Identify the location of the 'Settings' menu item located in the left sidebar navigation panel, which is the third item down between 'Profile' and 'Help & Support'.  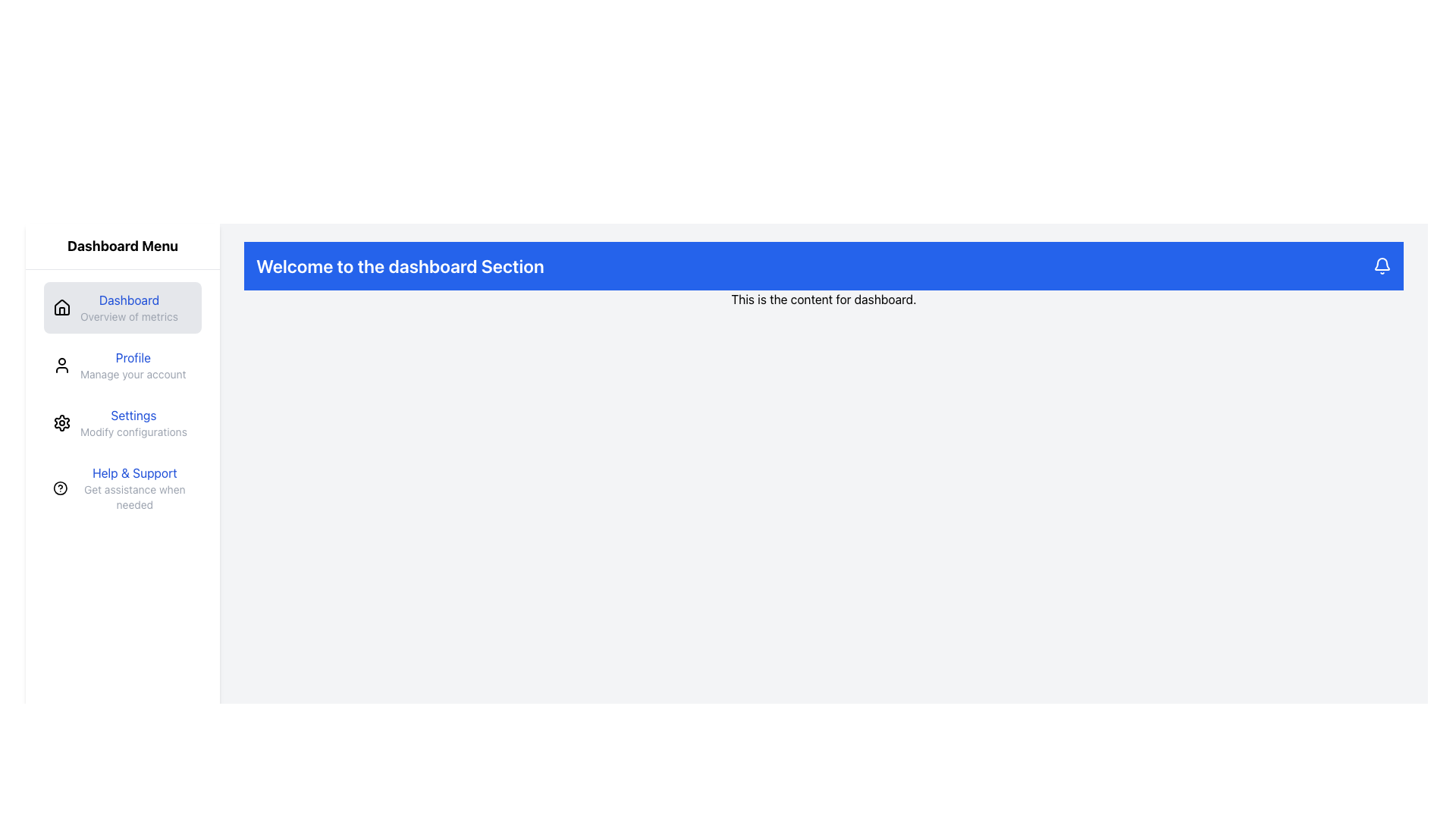
(133, 423).